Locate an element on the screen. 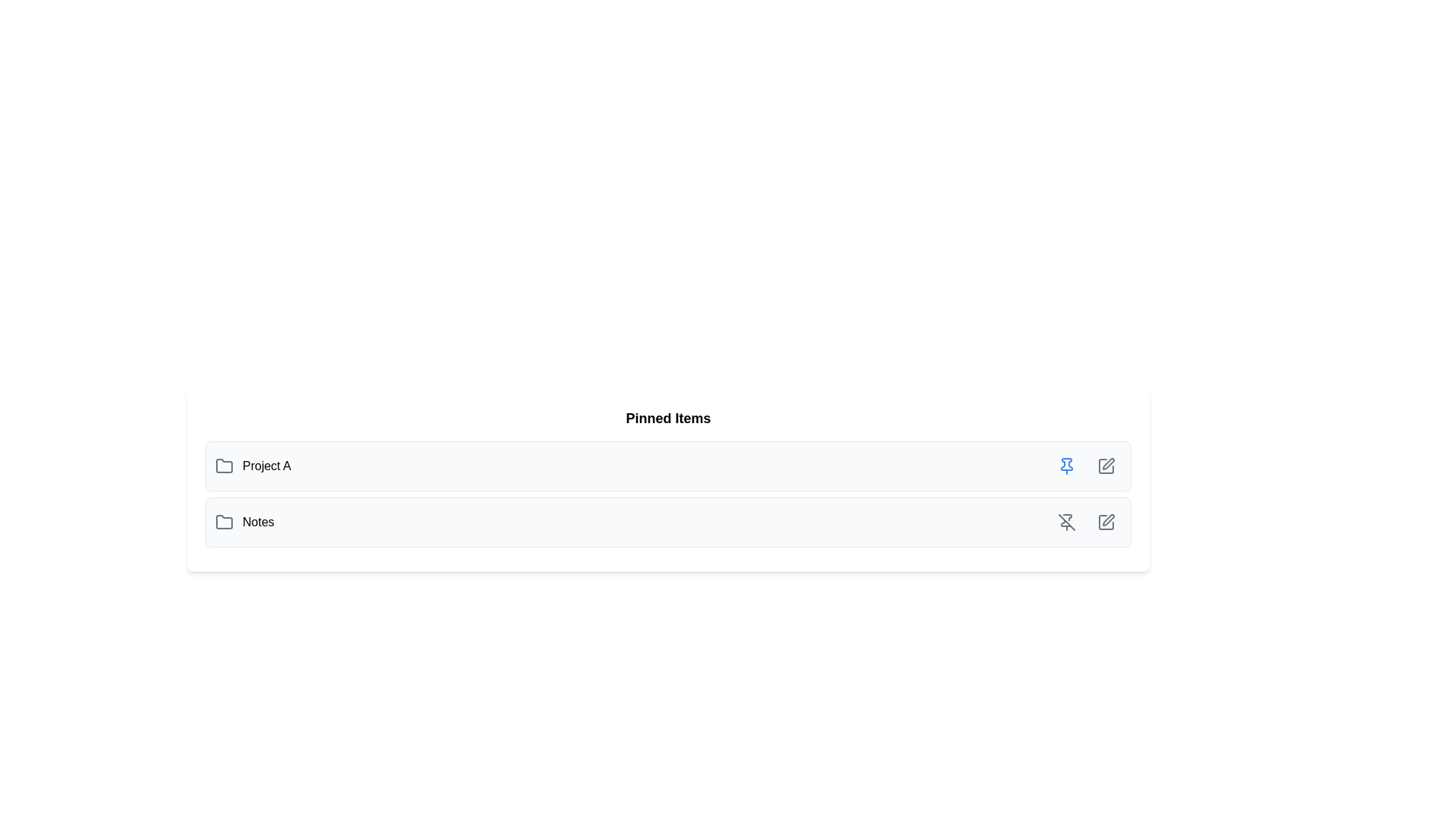  the pinning icon located in the upper-right section of the row for 'Project A' is located at coordinates (1065, 463).